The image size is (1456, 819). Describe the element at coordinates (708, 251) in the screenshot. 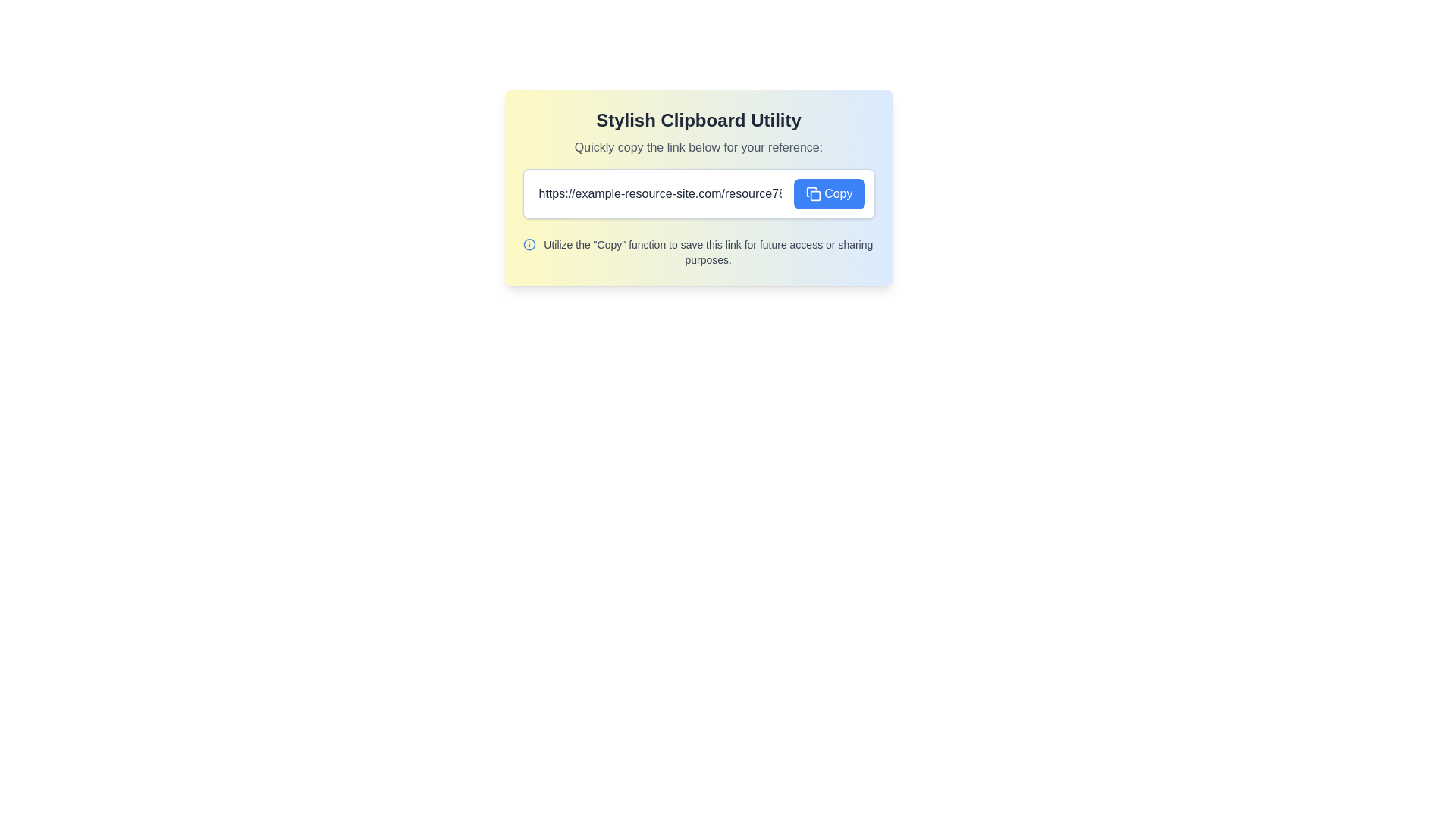

I see `the informational text explaining how to use the 'Copy' function, which is located beneath the URL input box and 'Copy' button in the 'Stylish Clipboard Utility' section` at that location.